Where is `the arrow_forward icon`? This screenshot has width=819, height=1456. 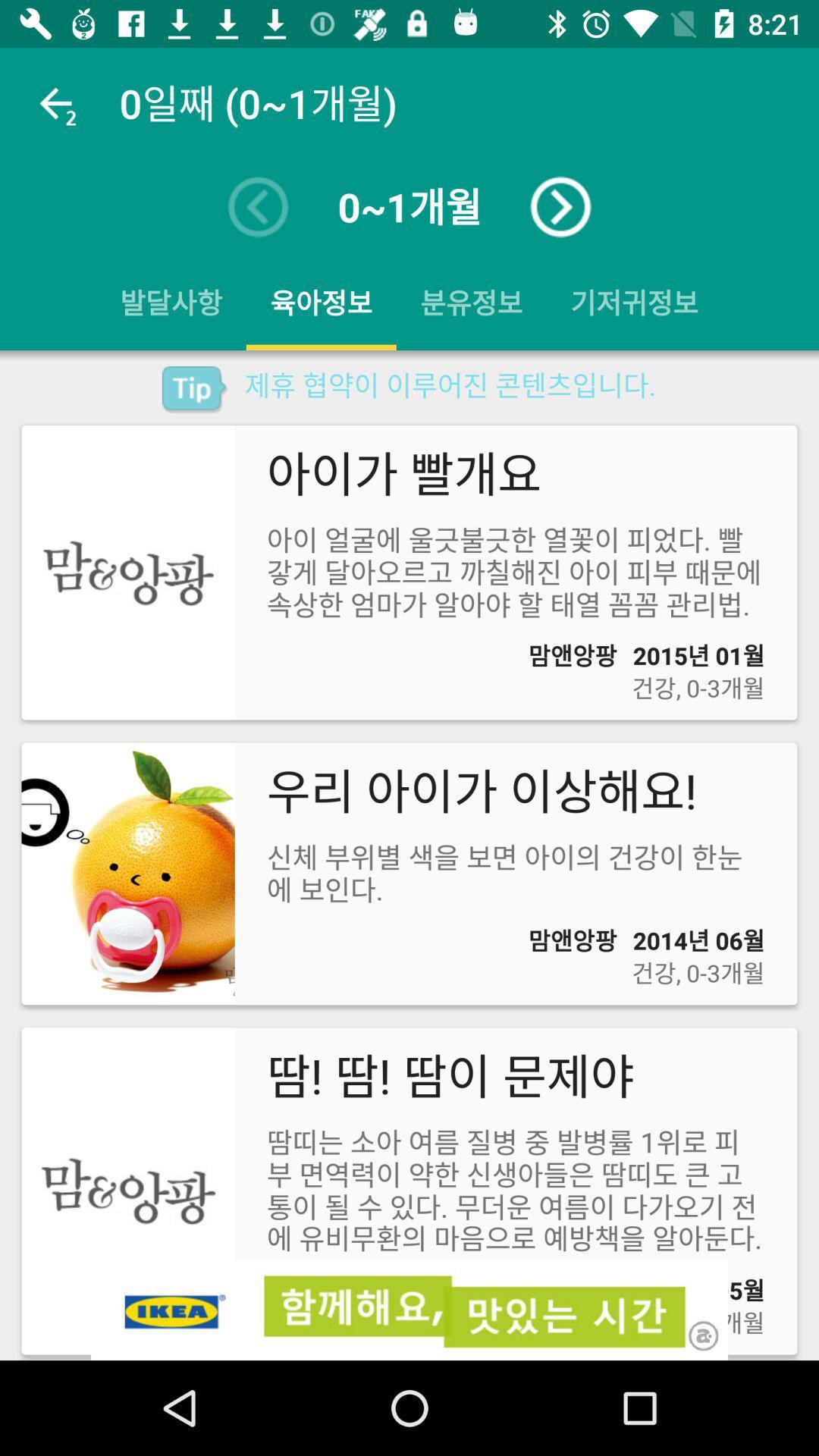
the arrow_forward icon is located at coordinates (560, 206).